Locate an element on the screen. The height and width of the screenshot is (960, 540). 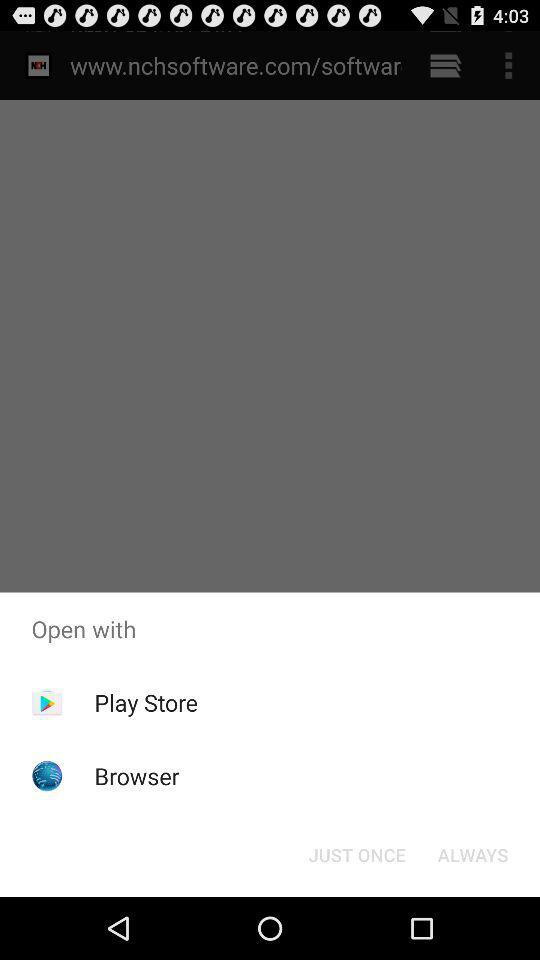
item above browser icon is located at coordinates (145, 702).